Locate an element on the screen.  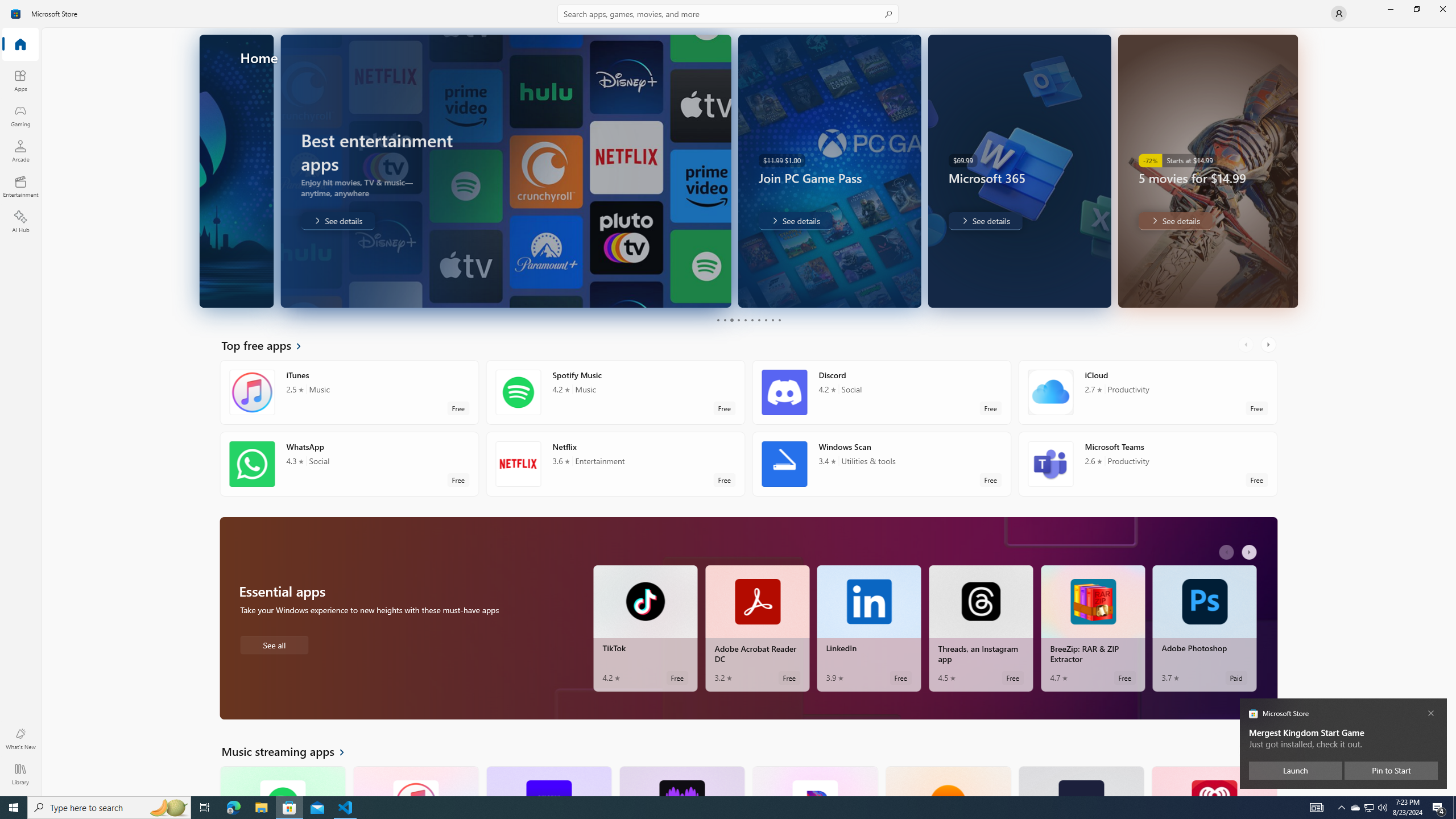
'See all  Essential apps' is located at coordinates (274, 644).